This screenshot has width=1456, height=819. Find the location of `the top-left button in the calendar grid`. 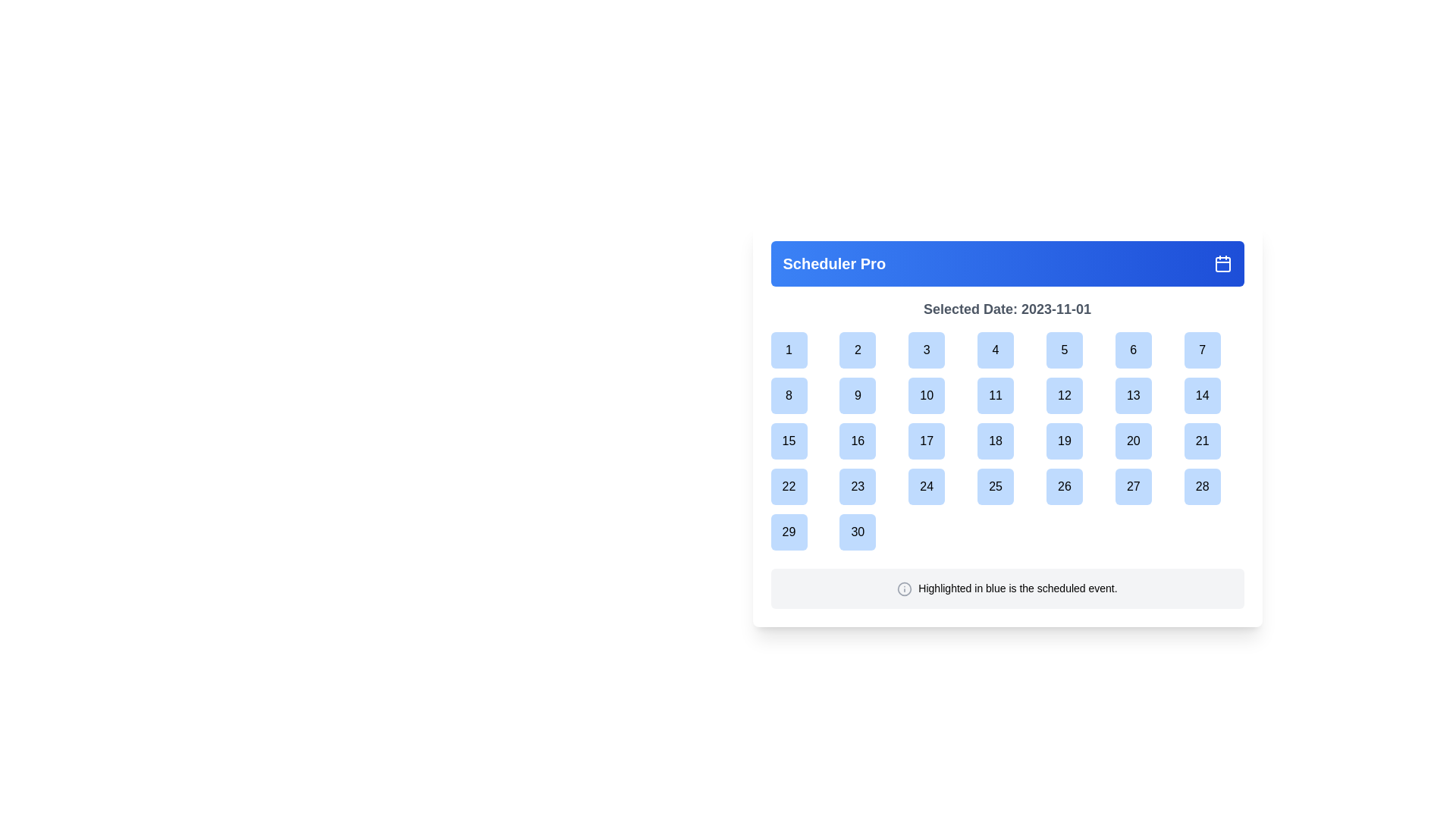

the top-left button in the calendar grid is located at coordinates (789, 350).